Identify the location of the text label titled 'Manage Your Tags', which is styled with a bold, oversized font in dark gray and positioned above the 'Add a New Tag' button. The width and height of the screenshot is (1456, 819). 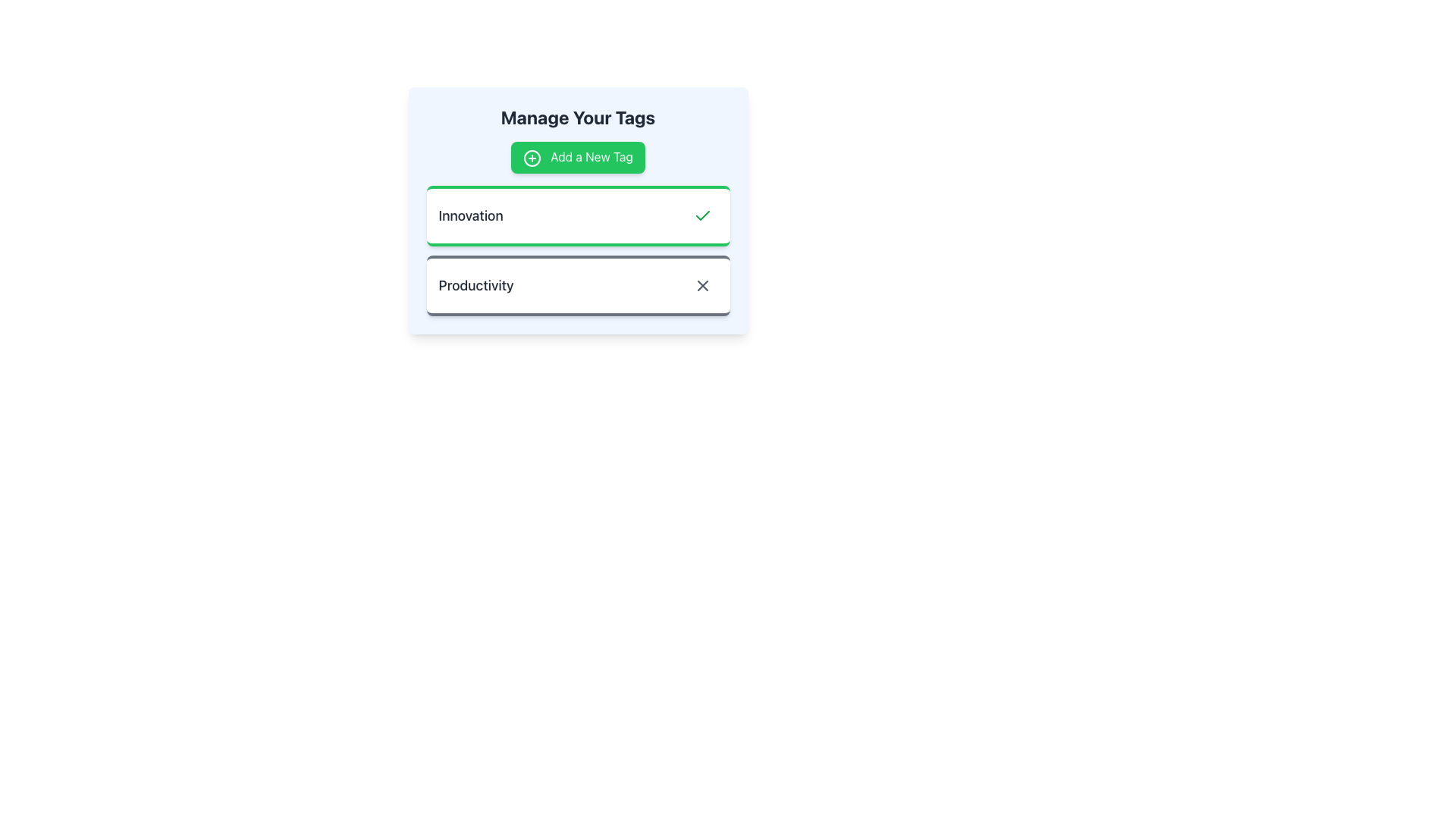
(577, 116).